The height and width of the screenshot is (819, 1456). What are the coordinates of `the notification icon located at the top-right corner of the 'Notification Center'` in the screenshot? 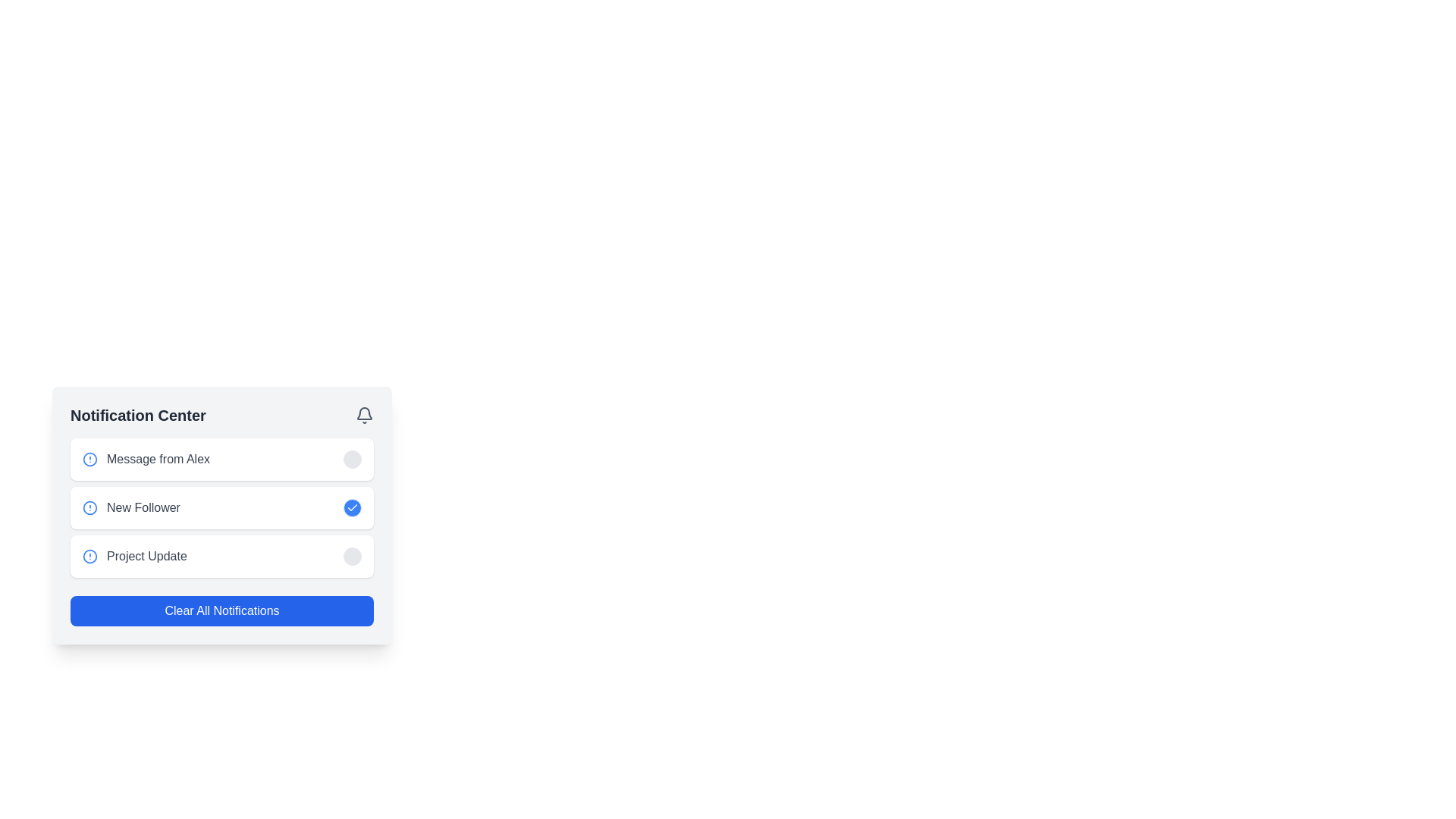 It's located at (364, 415).